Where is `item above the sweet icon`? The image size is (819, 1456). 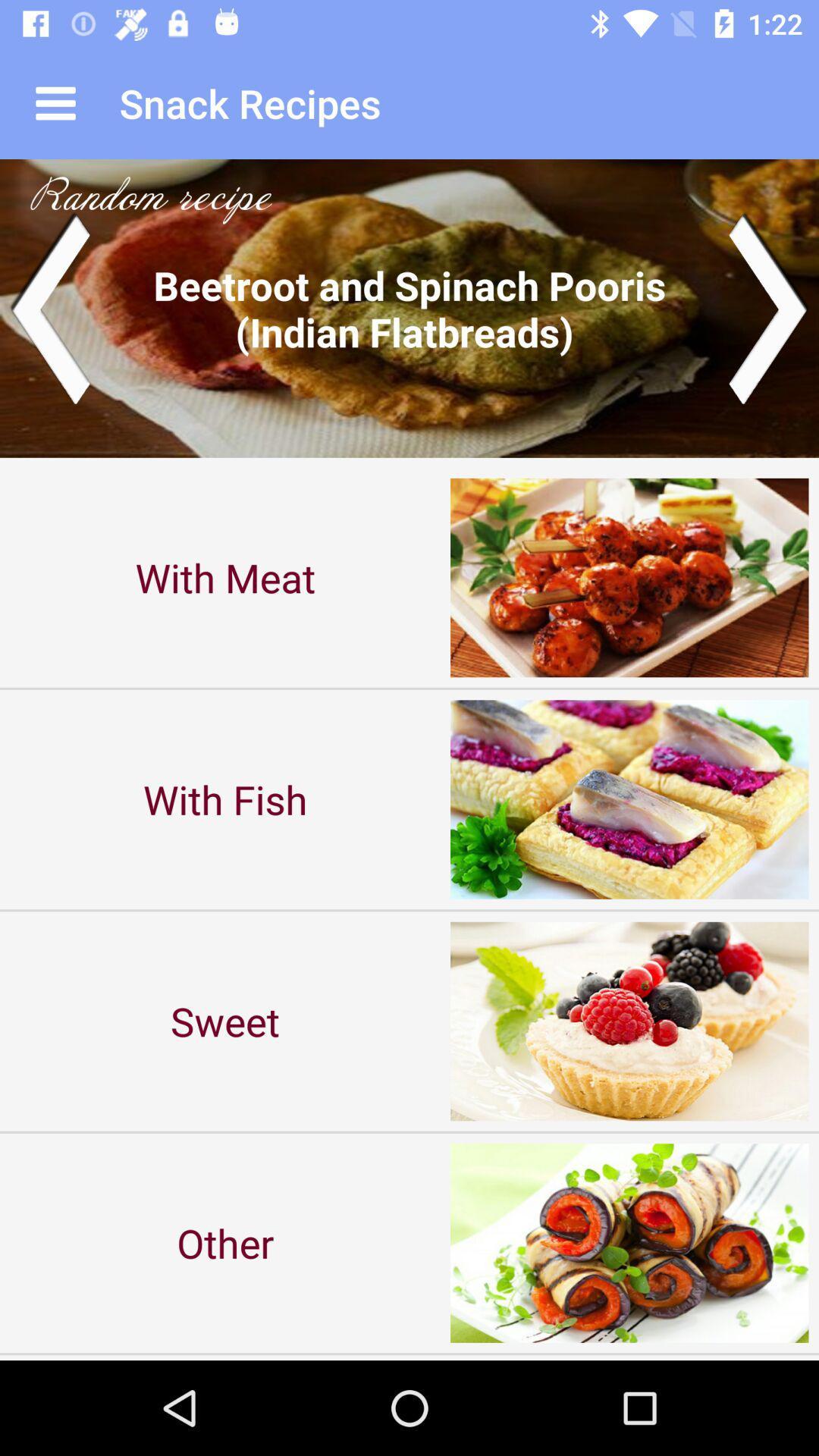 item above the sweet icon is located at coordinates (225, 799).